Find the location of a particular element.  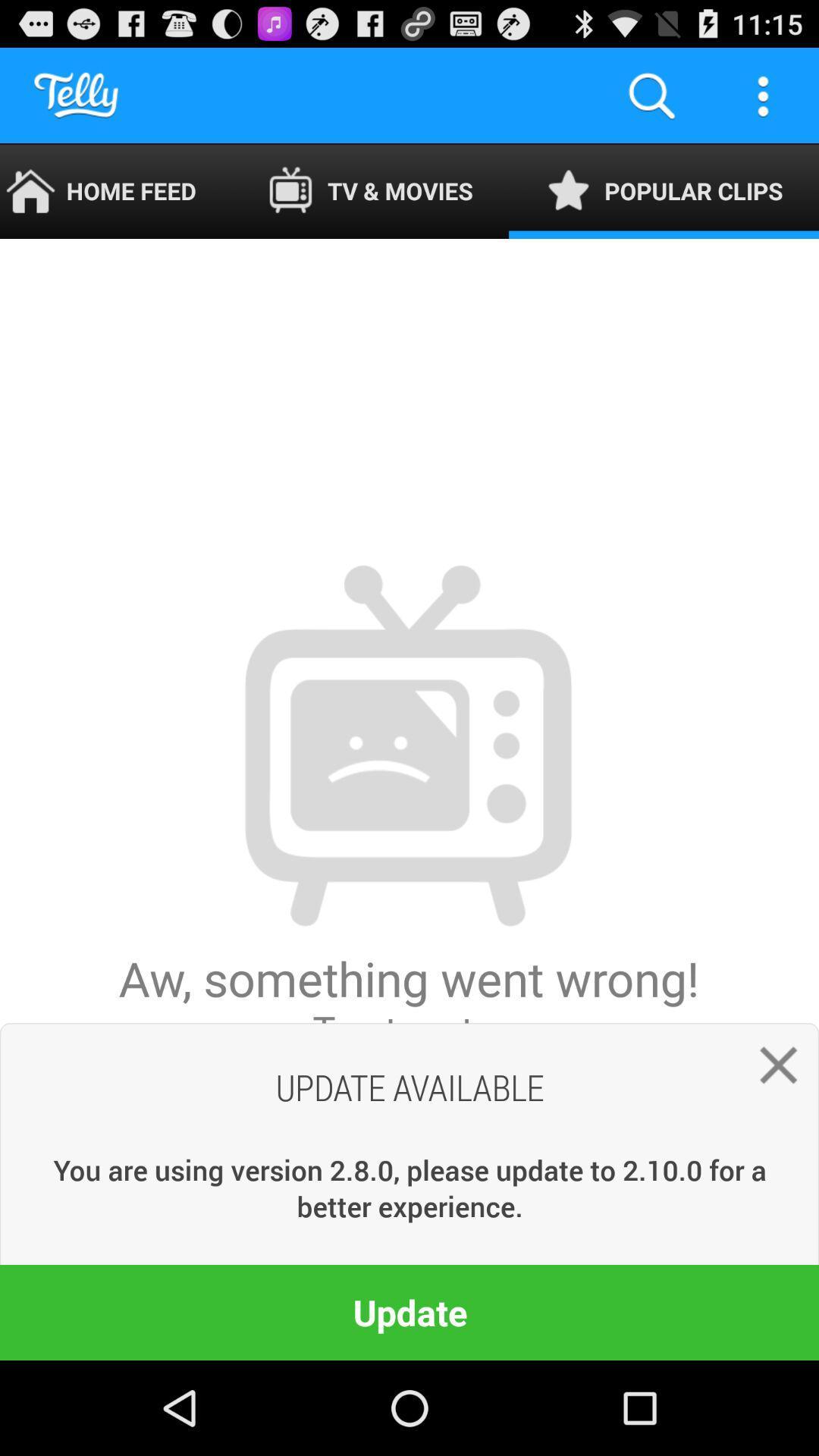

the aw something went app is located at coordinates (408, 799).